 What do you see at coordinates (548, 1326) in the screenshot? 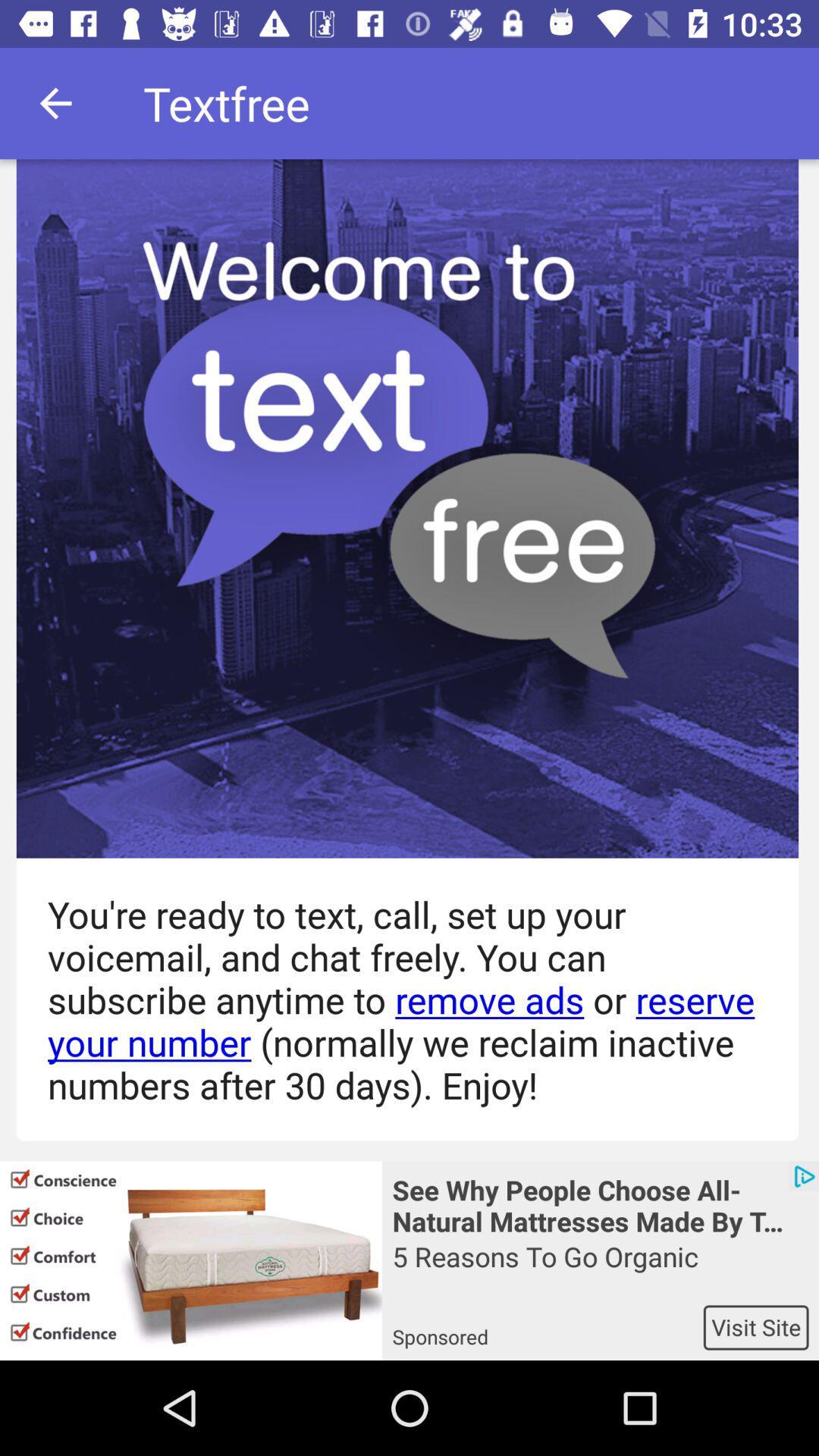
I see `icon next to the visit site icon` at bounding box center [548, 1326].